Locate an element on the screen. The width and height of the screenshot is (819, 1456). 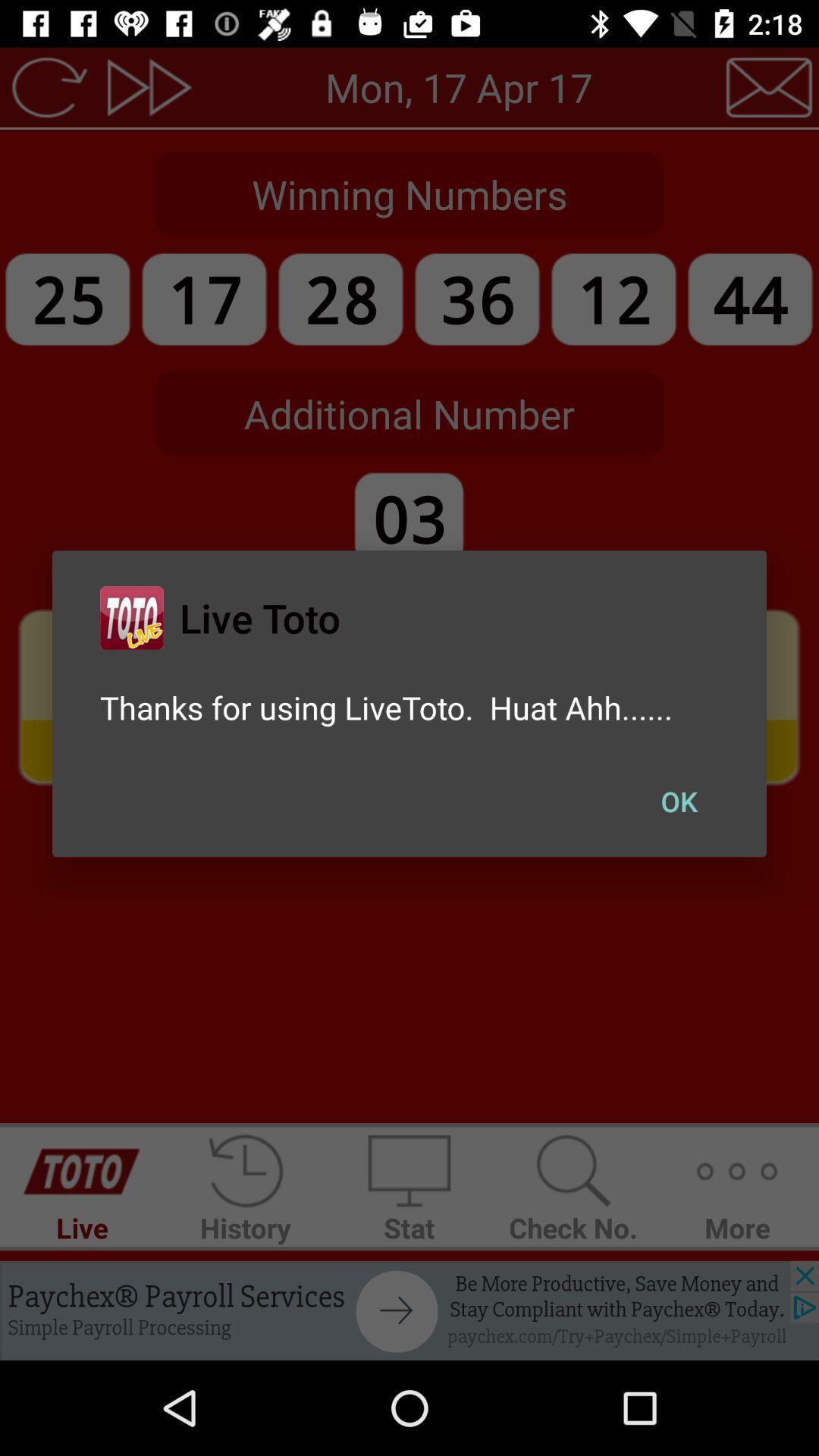
the av_forward icon is located at coordinates (149, 86).